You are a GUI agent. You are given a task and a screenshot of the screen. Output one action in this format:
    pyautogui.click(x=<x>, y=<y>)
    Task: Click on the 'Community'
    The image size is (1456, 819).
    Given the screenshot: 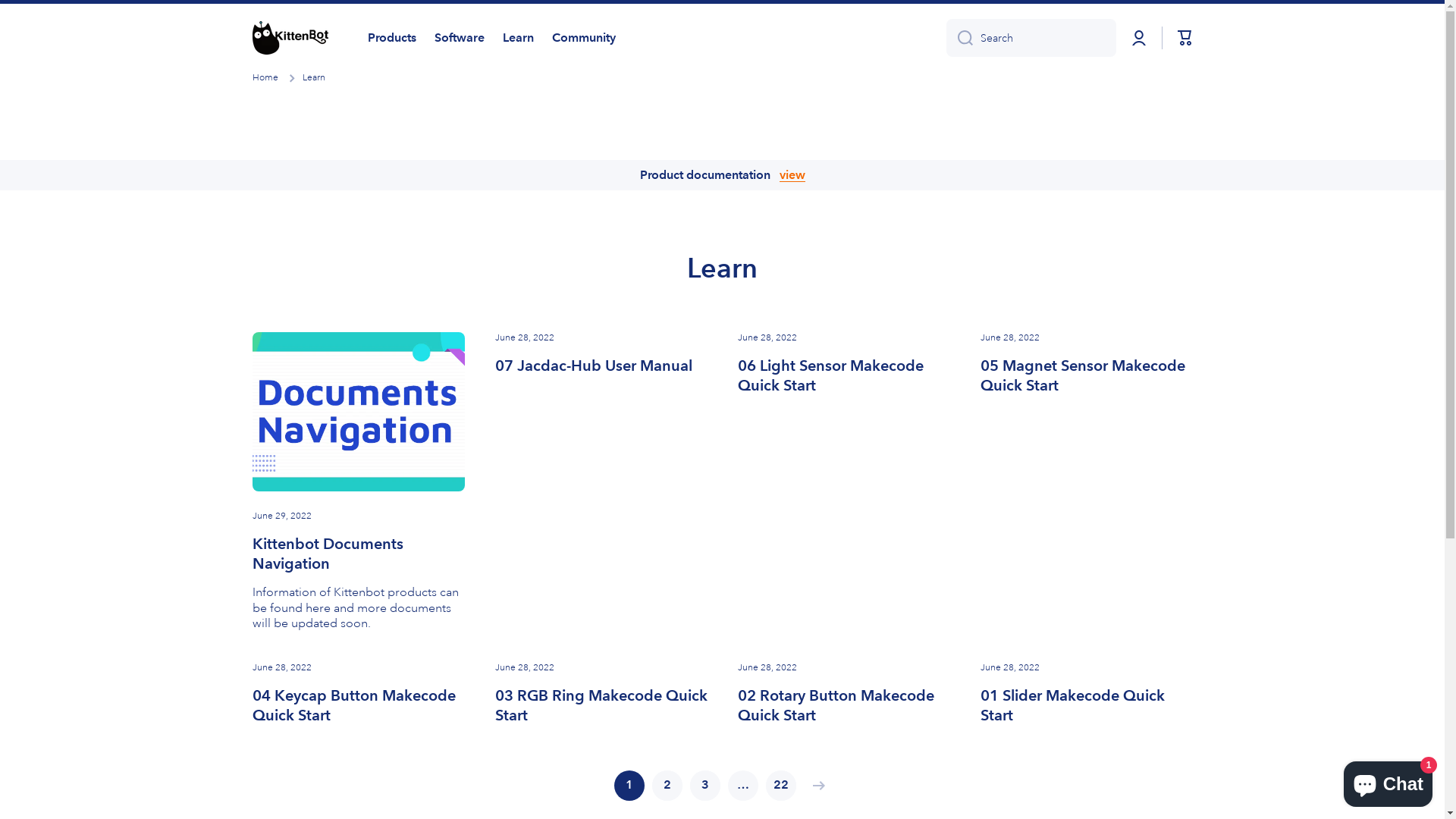 What is the action you would take?
    pyautogui.click(x=582, y=37)
    